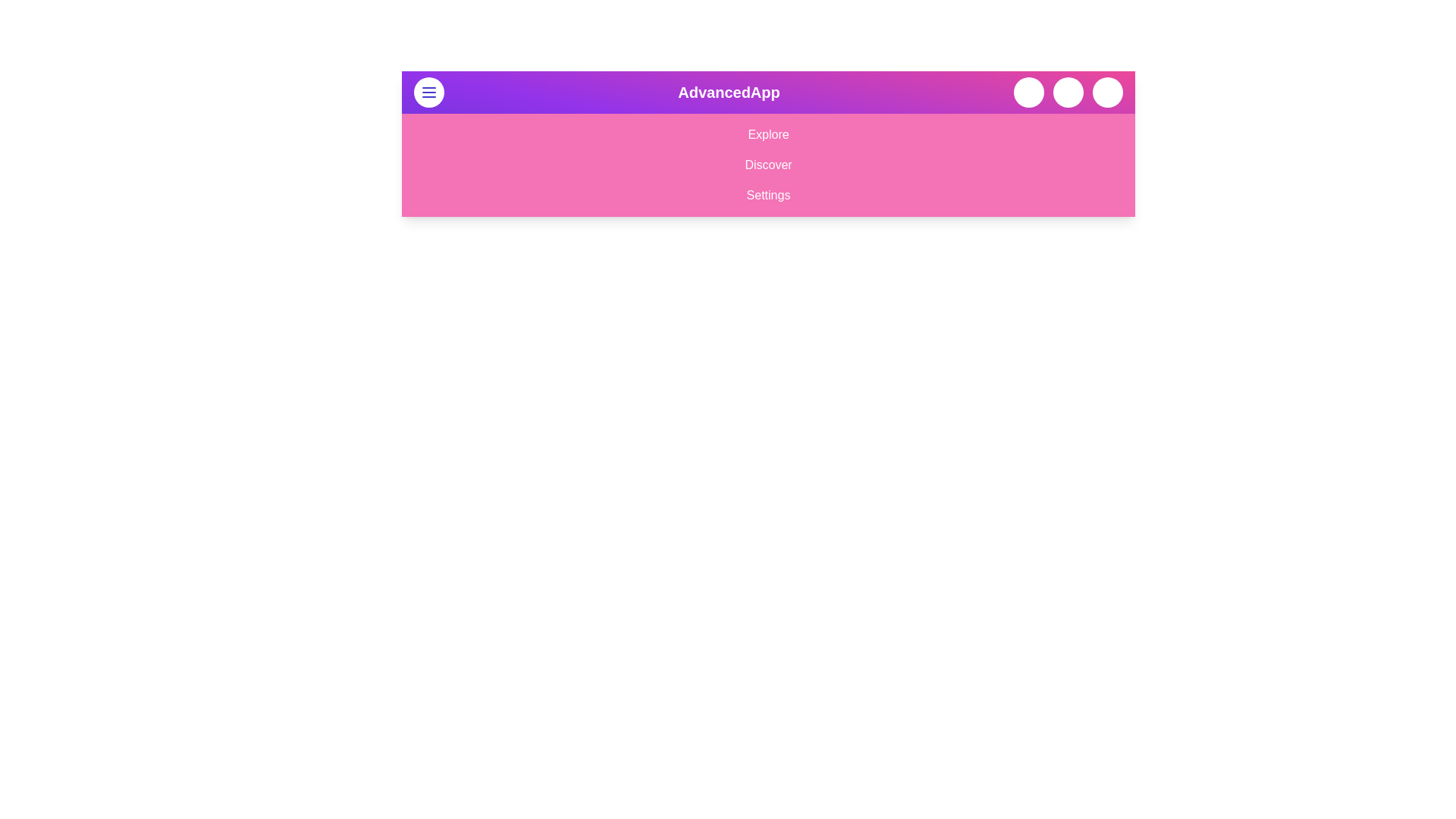  Describe the element at coordinates (768, 133) in the screenshot. I see `the menu option Explore` at that location.